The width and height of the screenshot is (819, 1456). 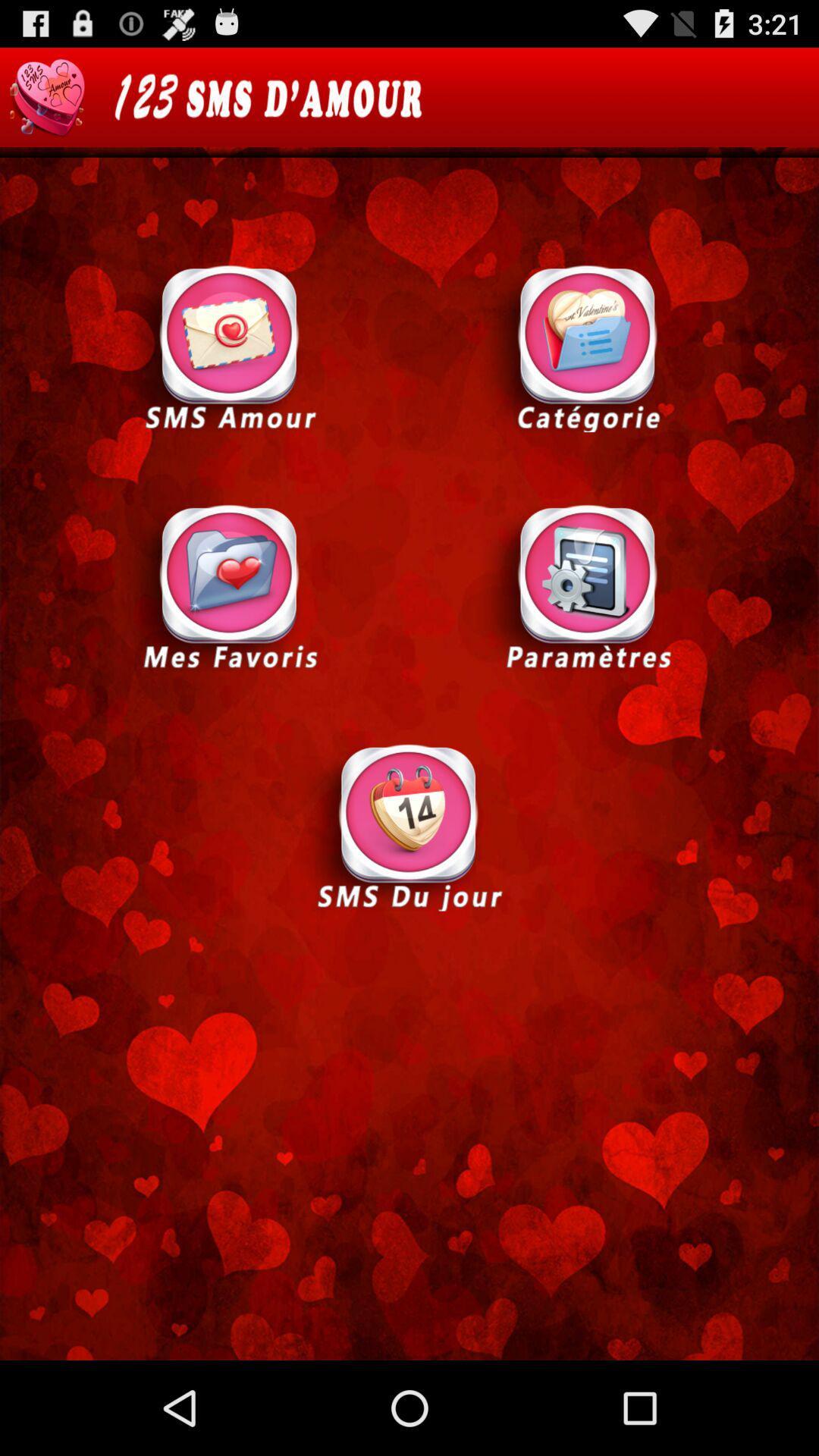 What do you see at coordinates (587, 347) in the screenshot?
I see `selection option` at bounding box center [587, 347].